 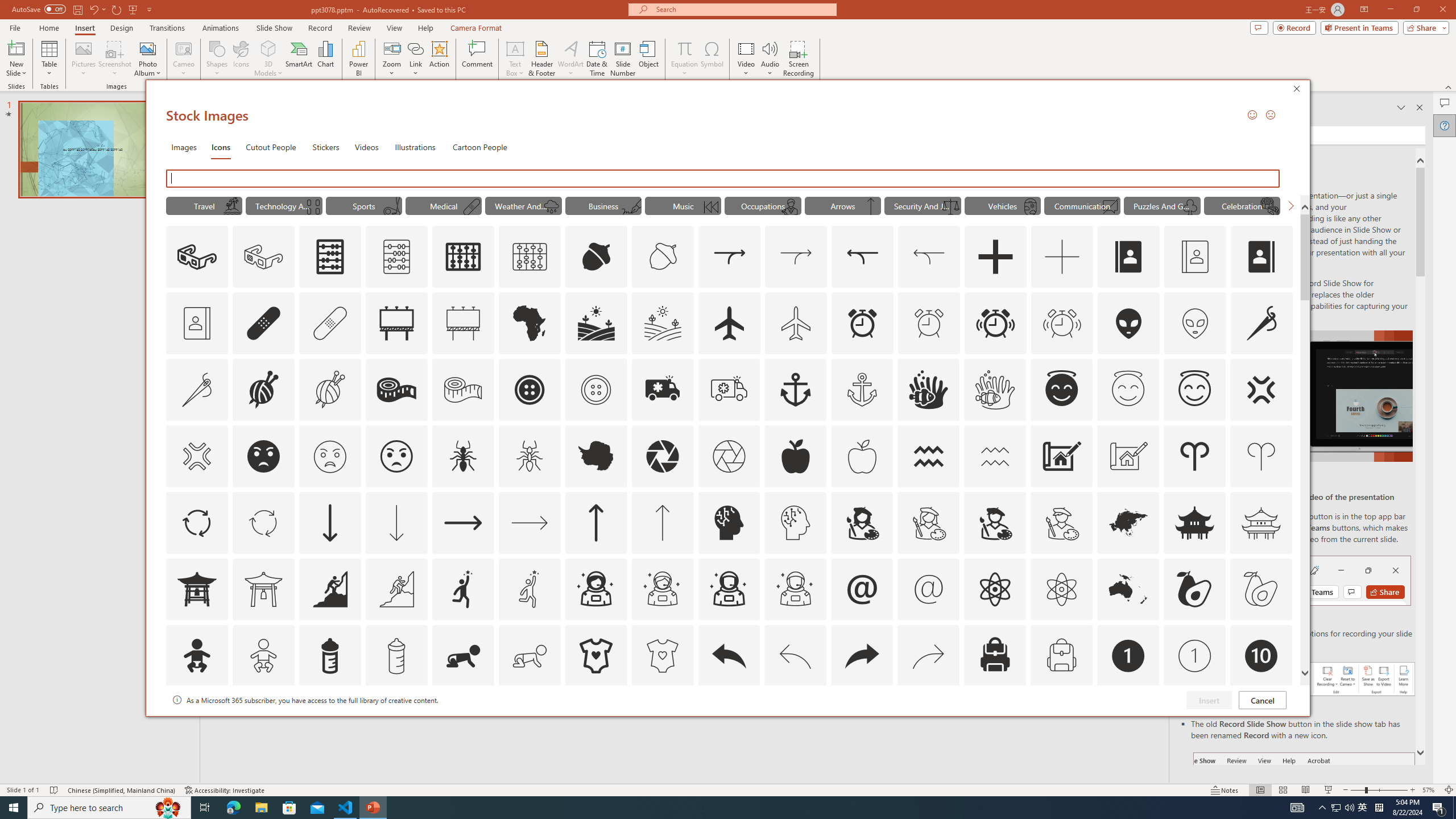 I want to click on 'AutomationID: Icons_AstronautMale', so click(x=729, y=588).